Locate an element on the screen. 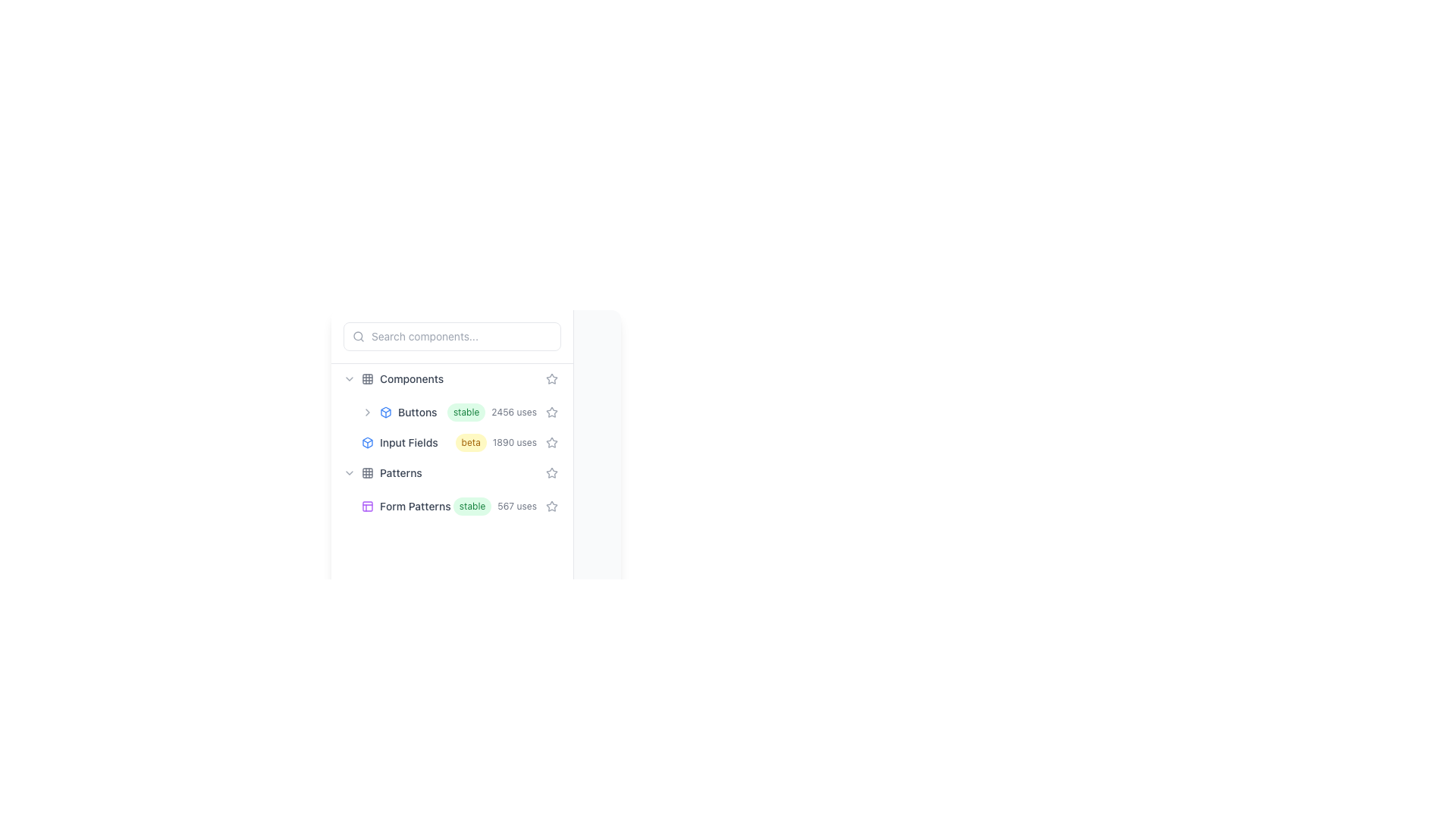  the static text label that indicates 'Input Fields', which is positioned under 'Buttons' and above 'Patterns' in the Components section of the user interface is located at coordinates (409, 442).